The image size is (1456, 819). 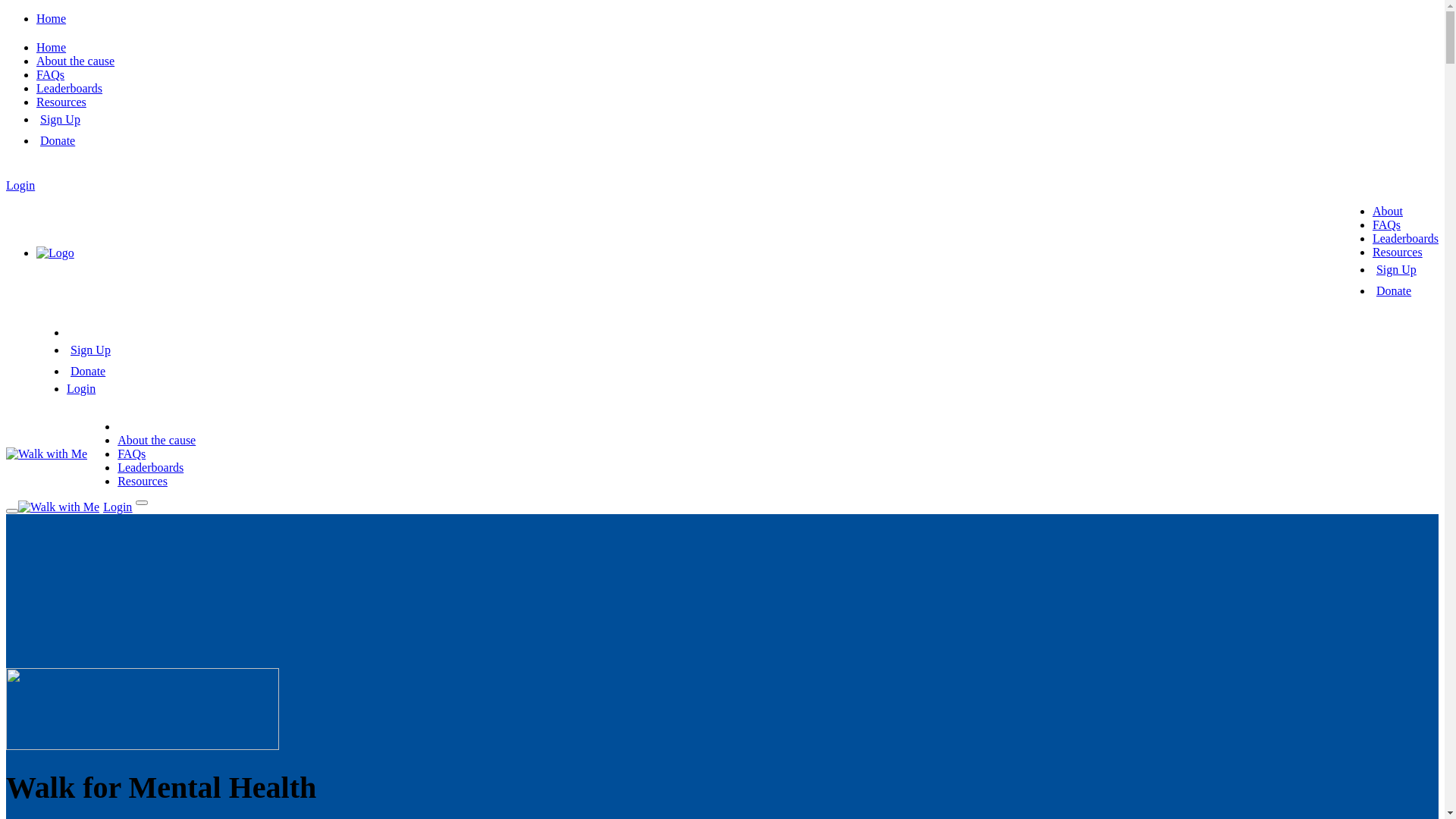 What do you see at coordinates (69, 371) in the screenshot?
I see `'Donate'` at bounding box center [69, 371].